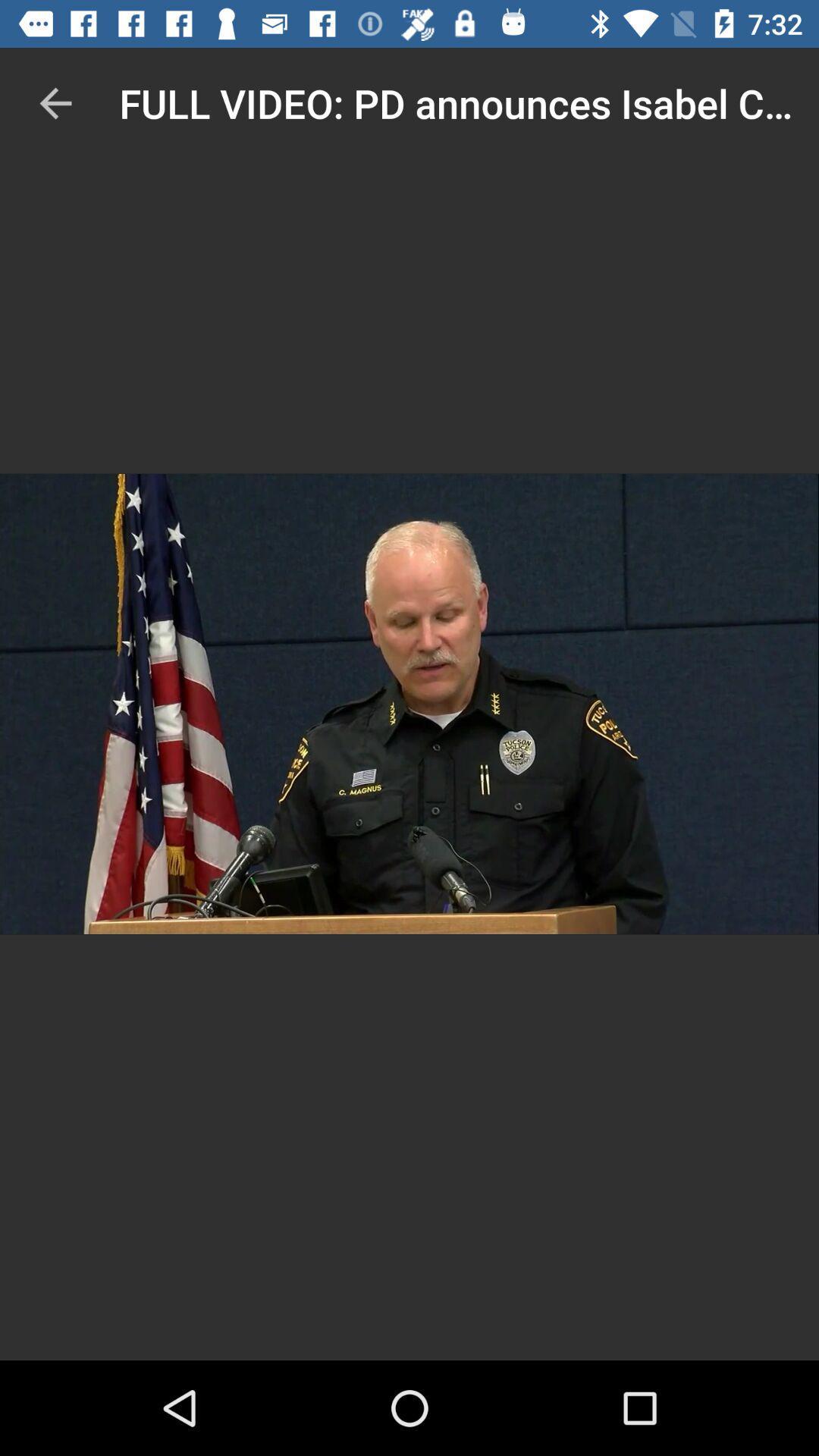  I want to click on item to the left of full video pd, so click(55, 102).